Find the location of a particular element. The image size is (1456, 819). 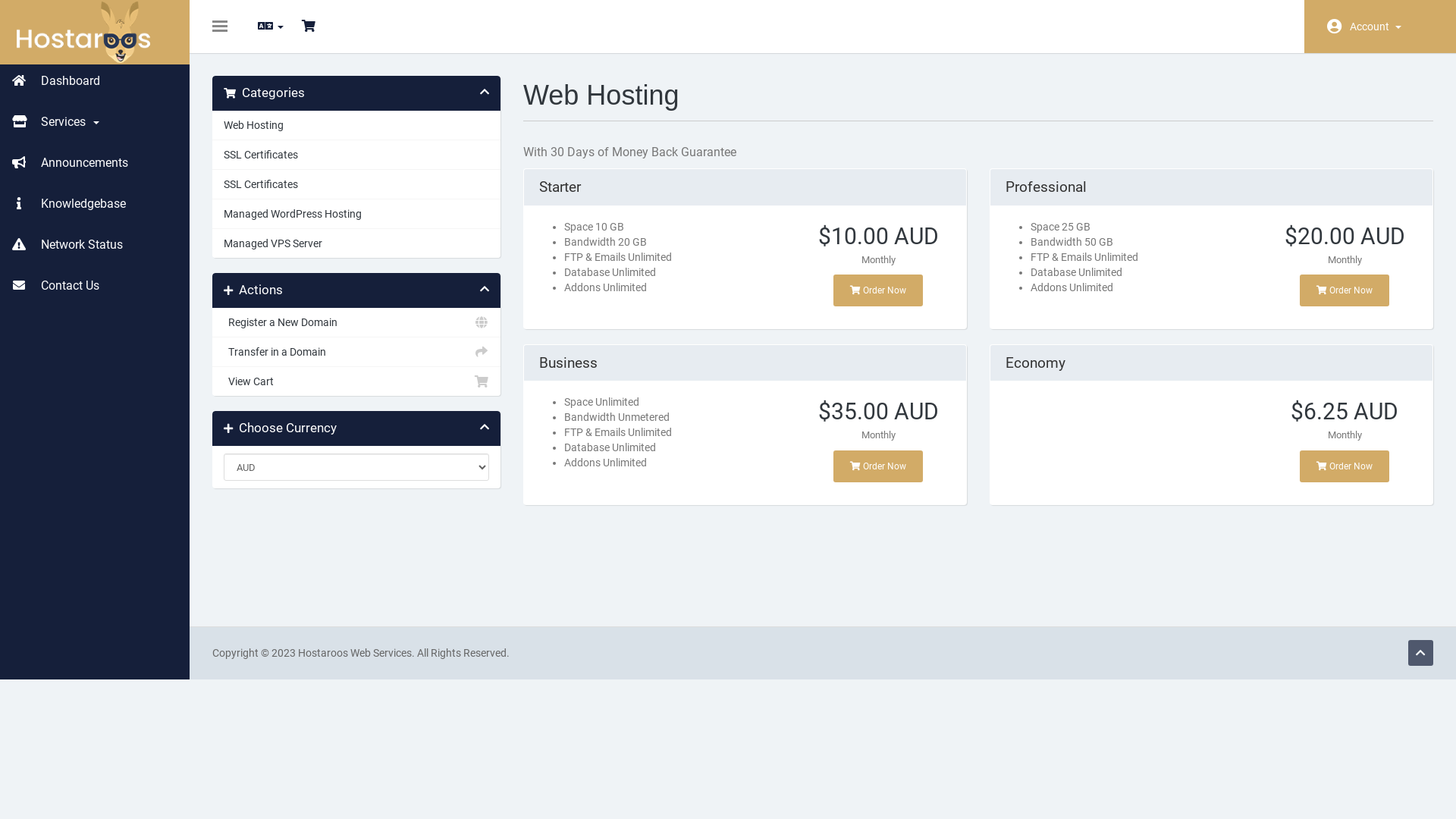

'Toggle navigation' is located at coordinates (218, 26).